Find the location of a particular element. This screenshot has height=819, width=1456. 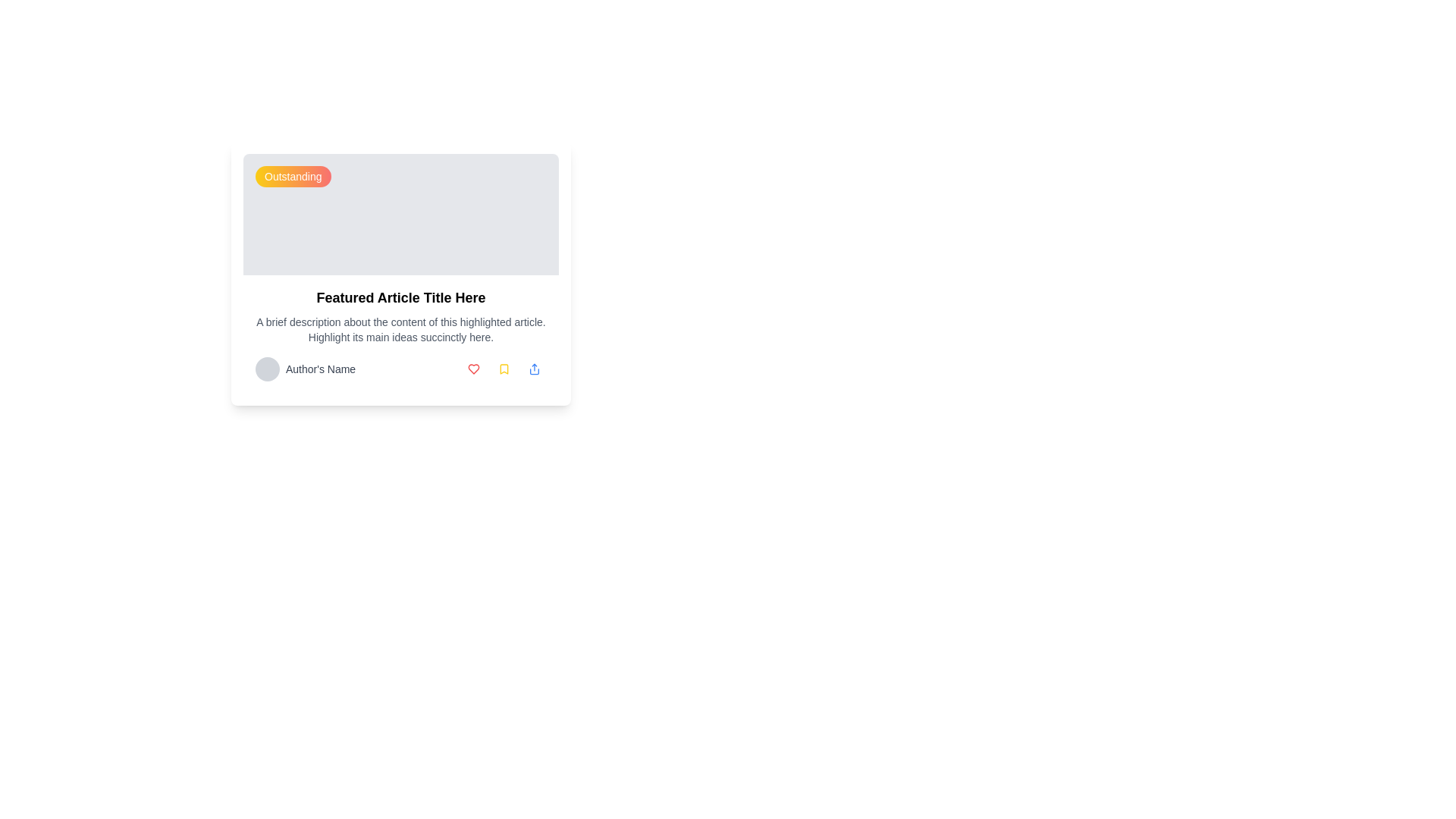

the 'Outstanding' badge label located in the top-left corner of the card layout, which indicates a positive characteristic of an item is located at coordinates (293, 175).